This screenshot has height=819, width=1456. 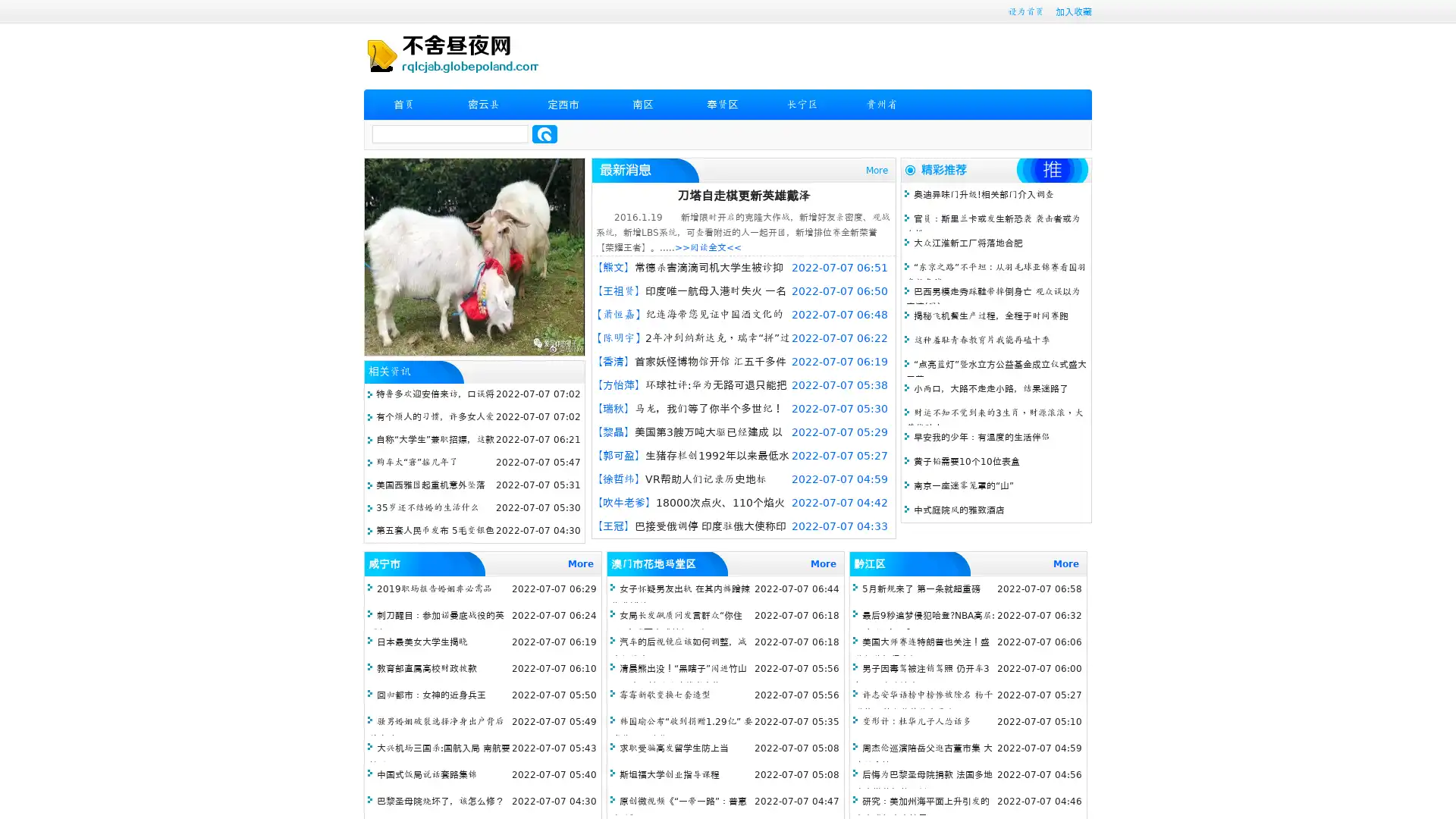 What do you see at coordinates (544, 133) in the screenshot?
I see `Search` at bounding box center [544, 133].